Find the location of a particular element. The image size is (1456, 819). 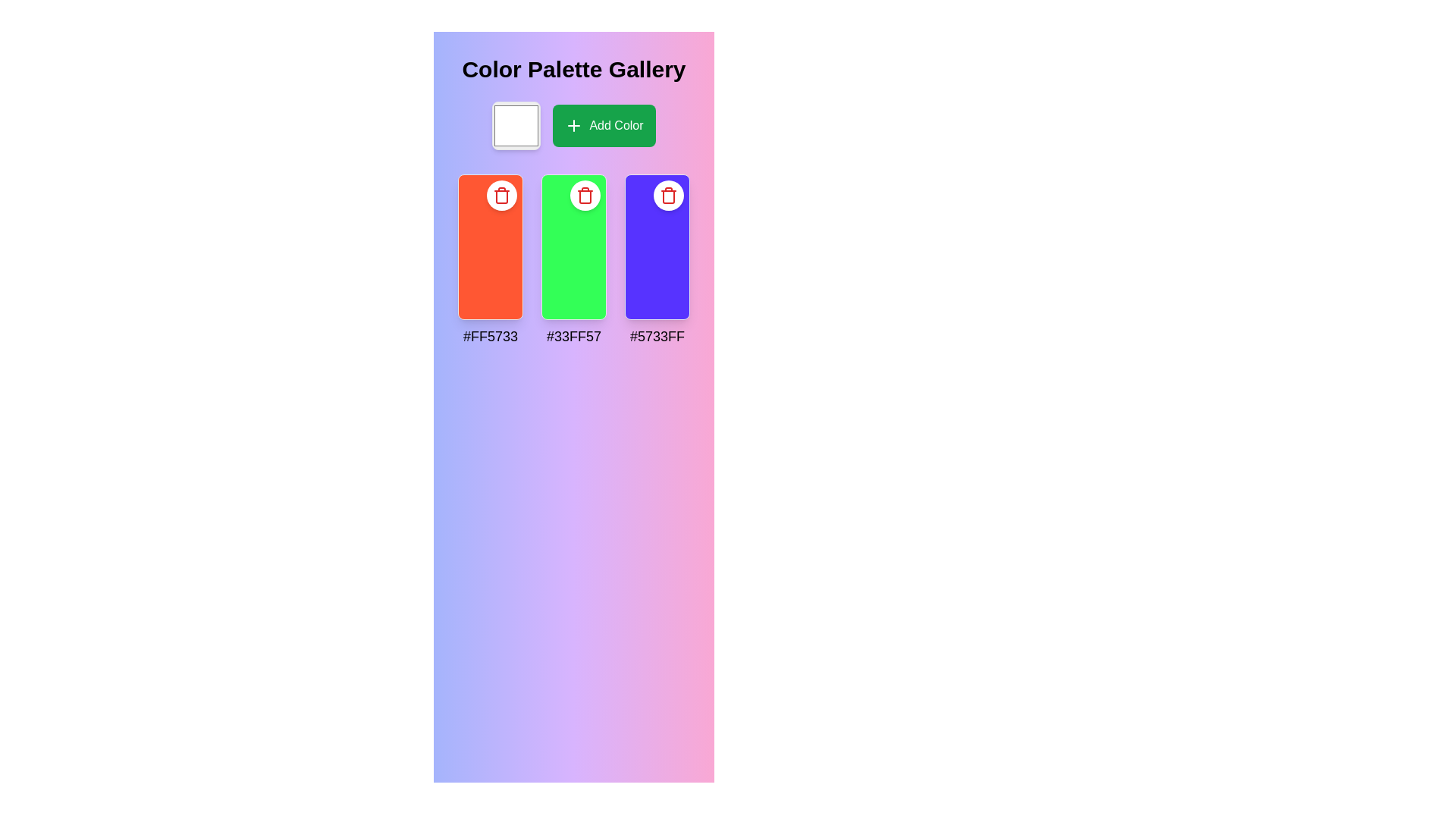

the Color card, which has a vibrant orange background and a white circular button with a red trash icon at the top-right corner is located at coordinates (491, 246).